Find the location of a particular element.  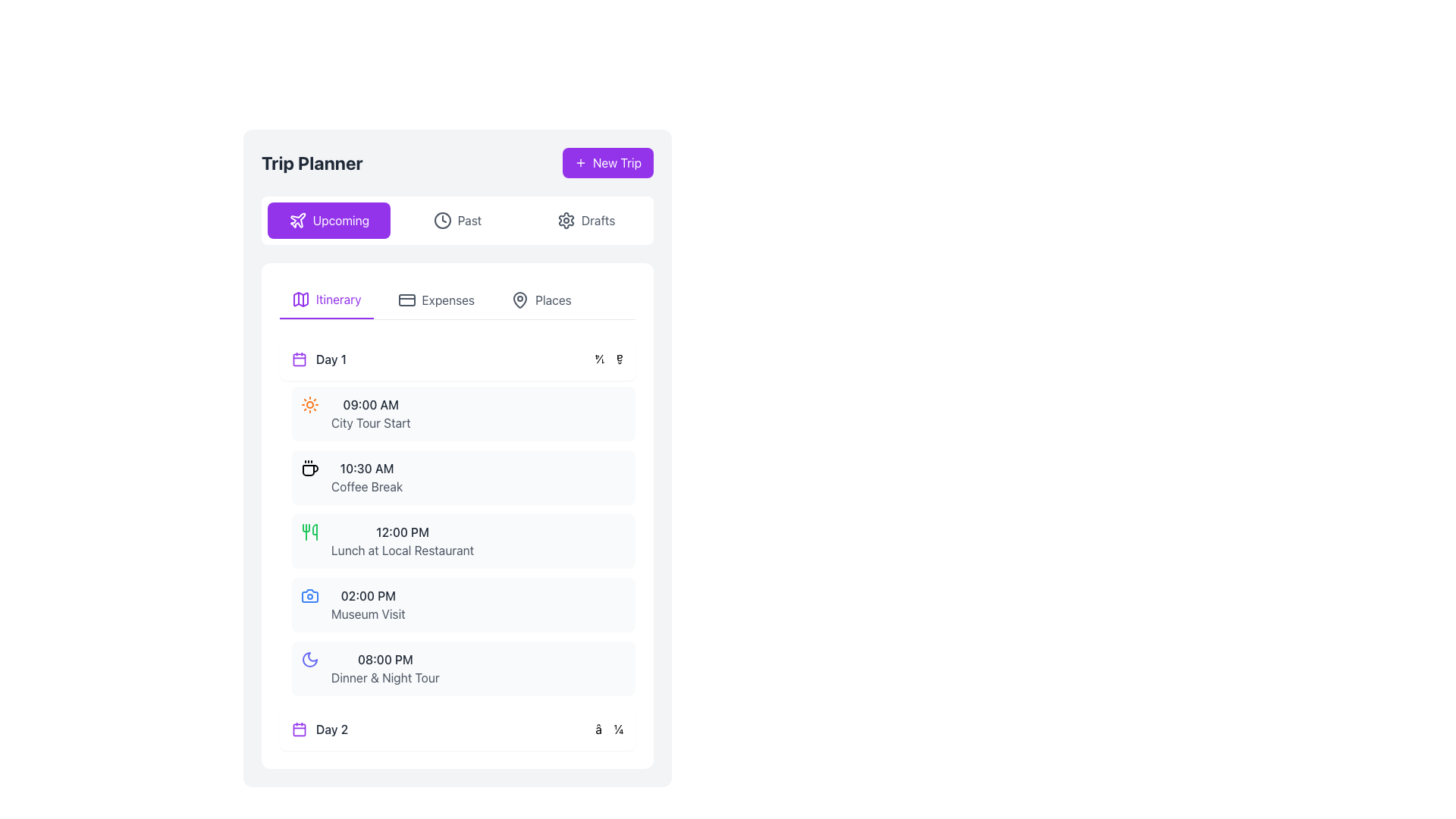

the fourth entry in the Day 1 itinerary list is located at coordinates (368, 604).